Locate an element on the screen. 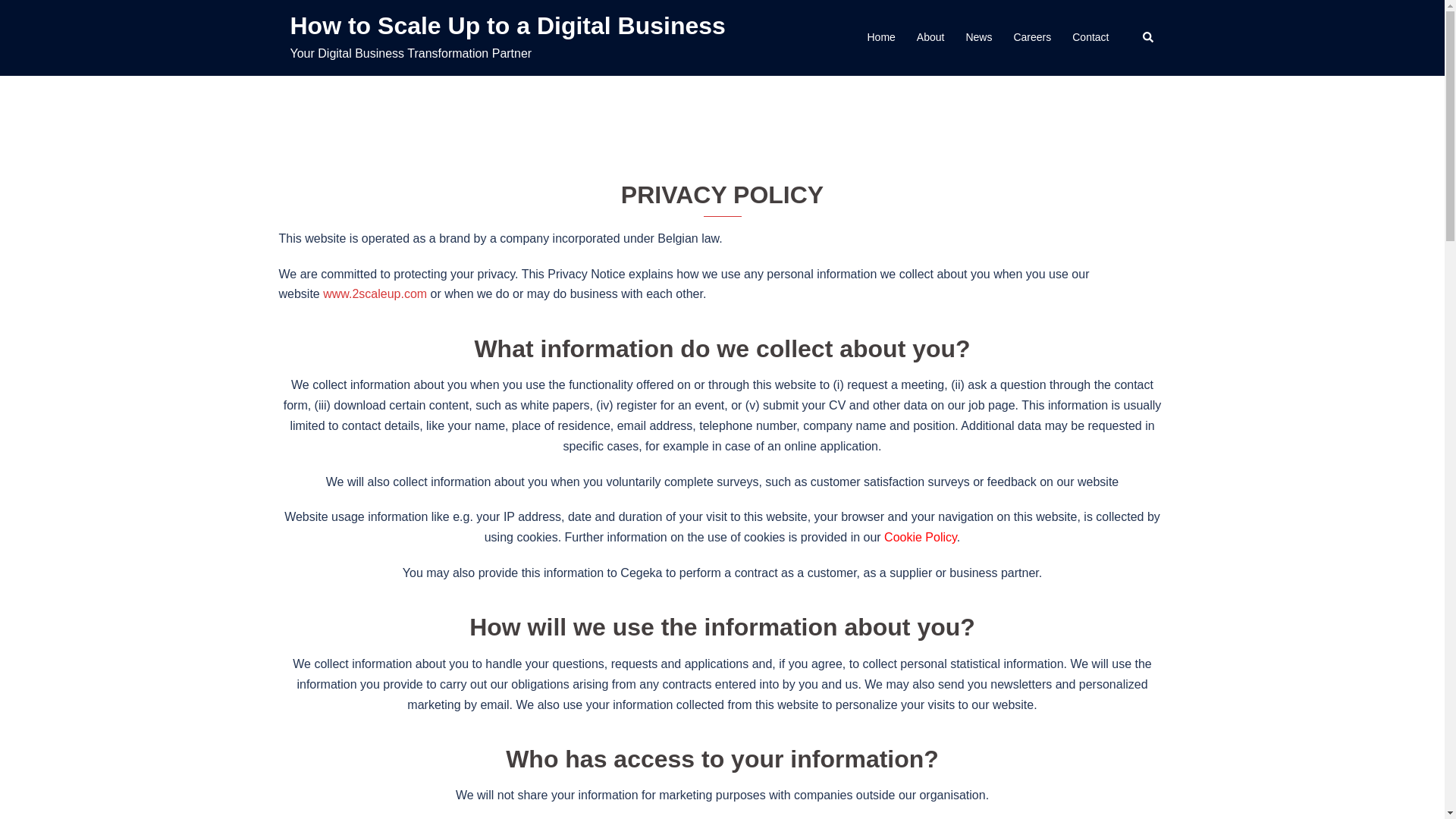 The height and width of the screenshot is (819, 1456). 'www.2scaleup.com' is located at coordinates (375, 293).